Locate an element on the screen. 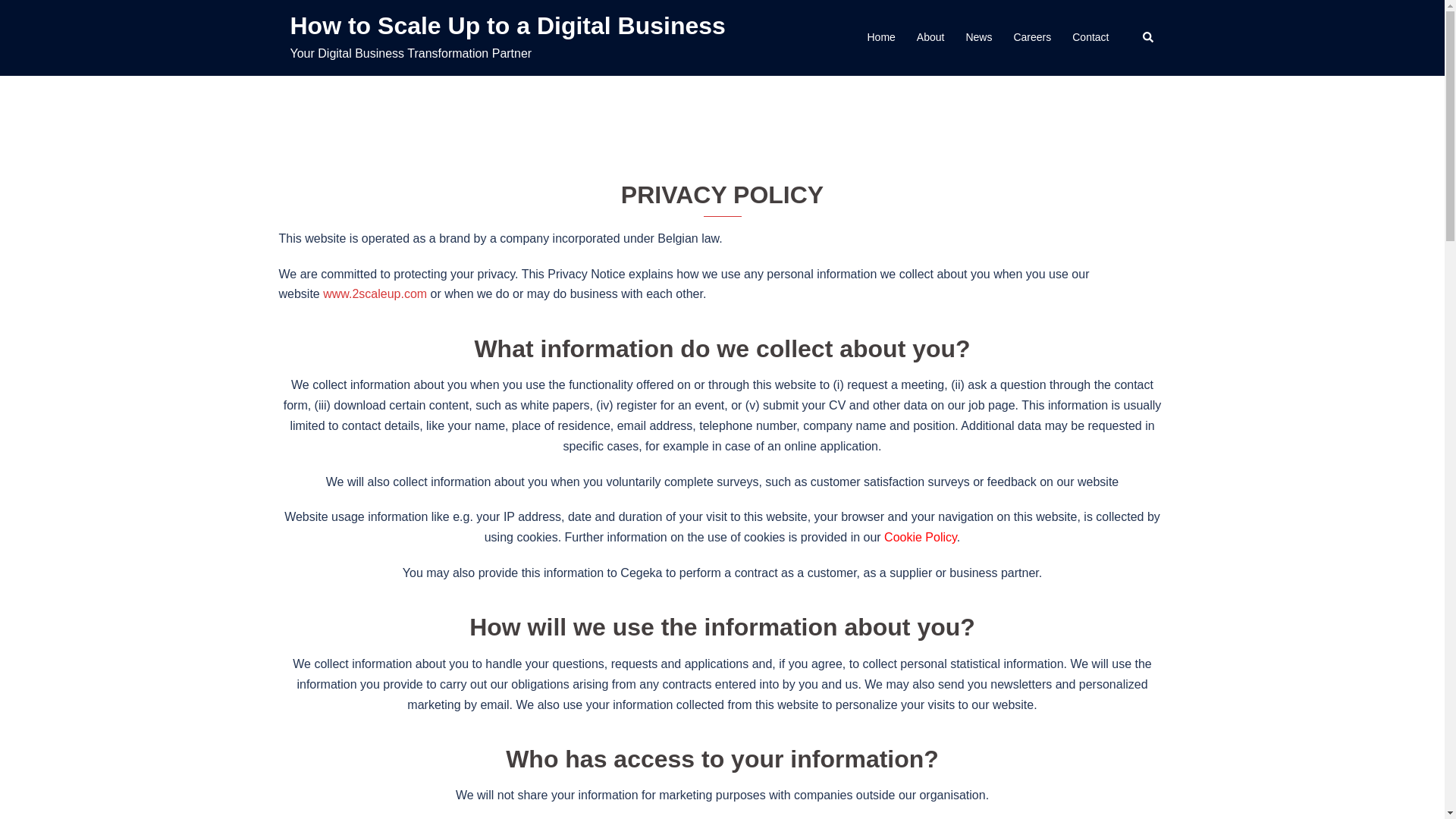 The height and width of the screenshot is (819, 1456). 'www.2scaleup.com' is located at coordinates (375, 293).